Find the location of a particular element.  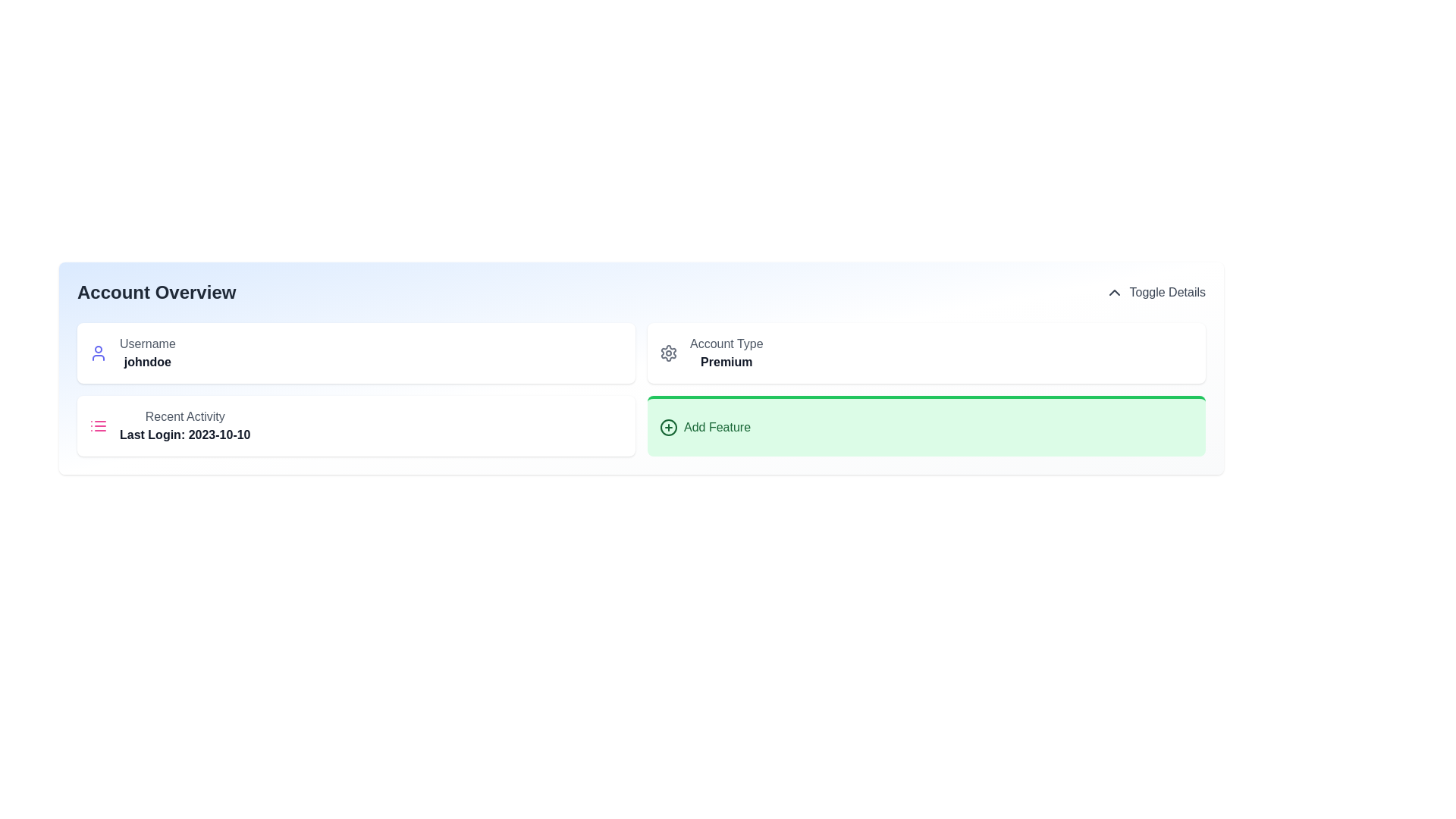

the 'Account Type' label that displays 'Premium' in a bold, dark gray font within a rectangular card in the upper right section of the interface is located at coordinates (726, 353).